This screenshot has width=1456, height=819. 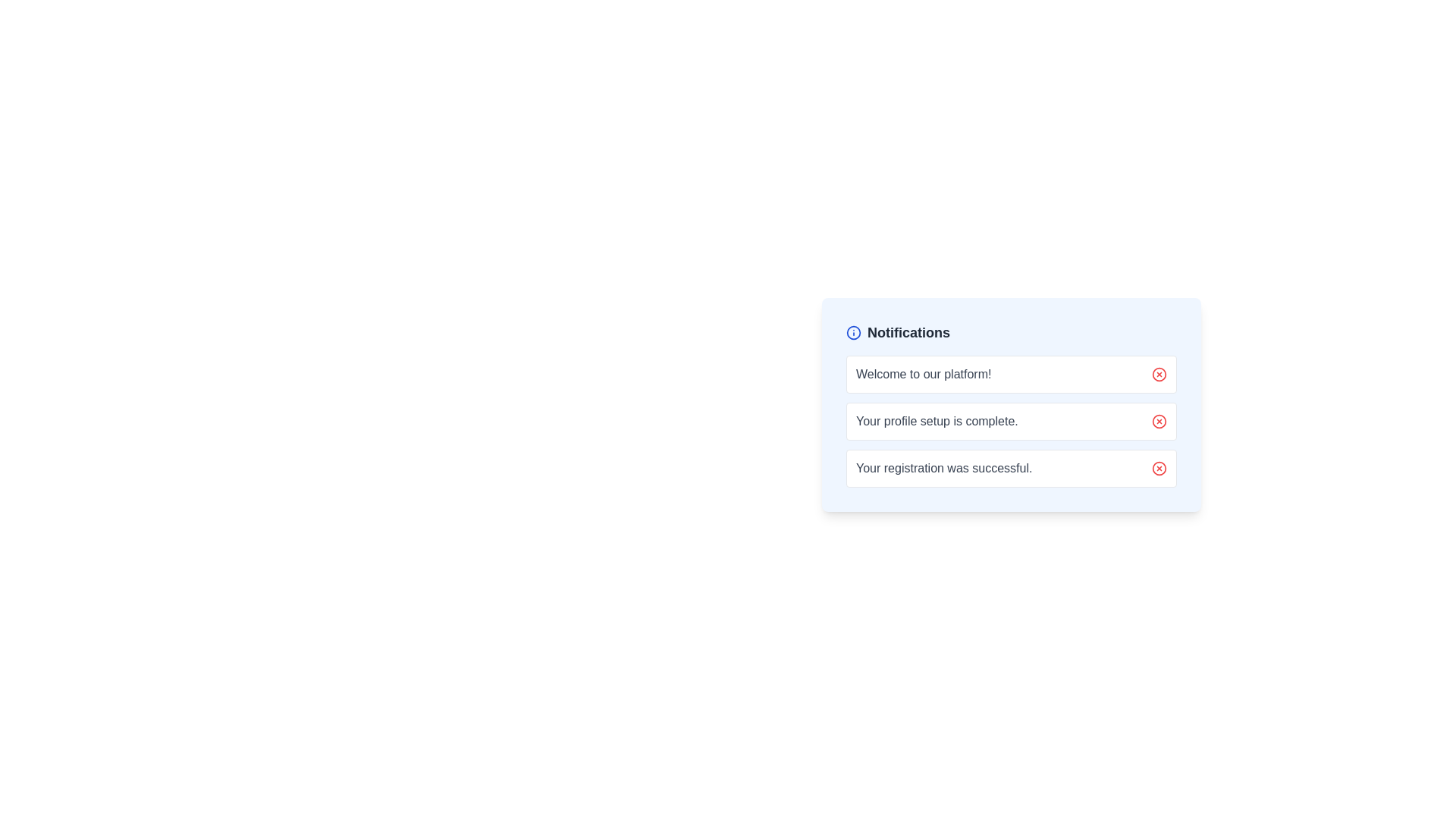 I want to click on the dismiss Icon button for the notification titled 'Your profile setup is complete', so click(x=1159, y=421).